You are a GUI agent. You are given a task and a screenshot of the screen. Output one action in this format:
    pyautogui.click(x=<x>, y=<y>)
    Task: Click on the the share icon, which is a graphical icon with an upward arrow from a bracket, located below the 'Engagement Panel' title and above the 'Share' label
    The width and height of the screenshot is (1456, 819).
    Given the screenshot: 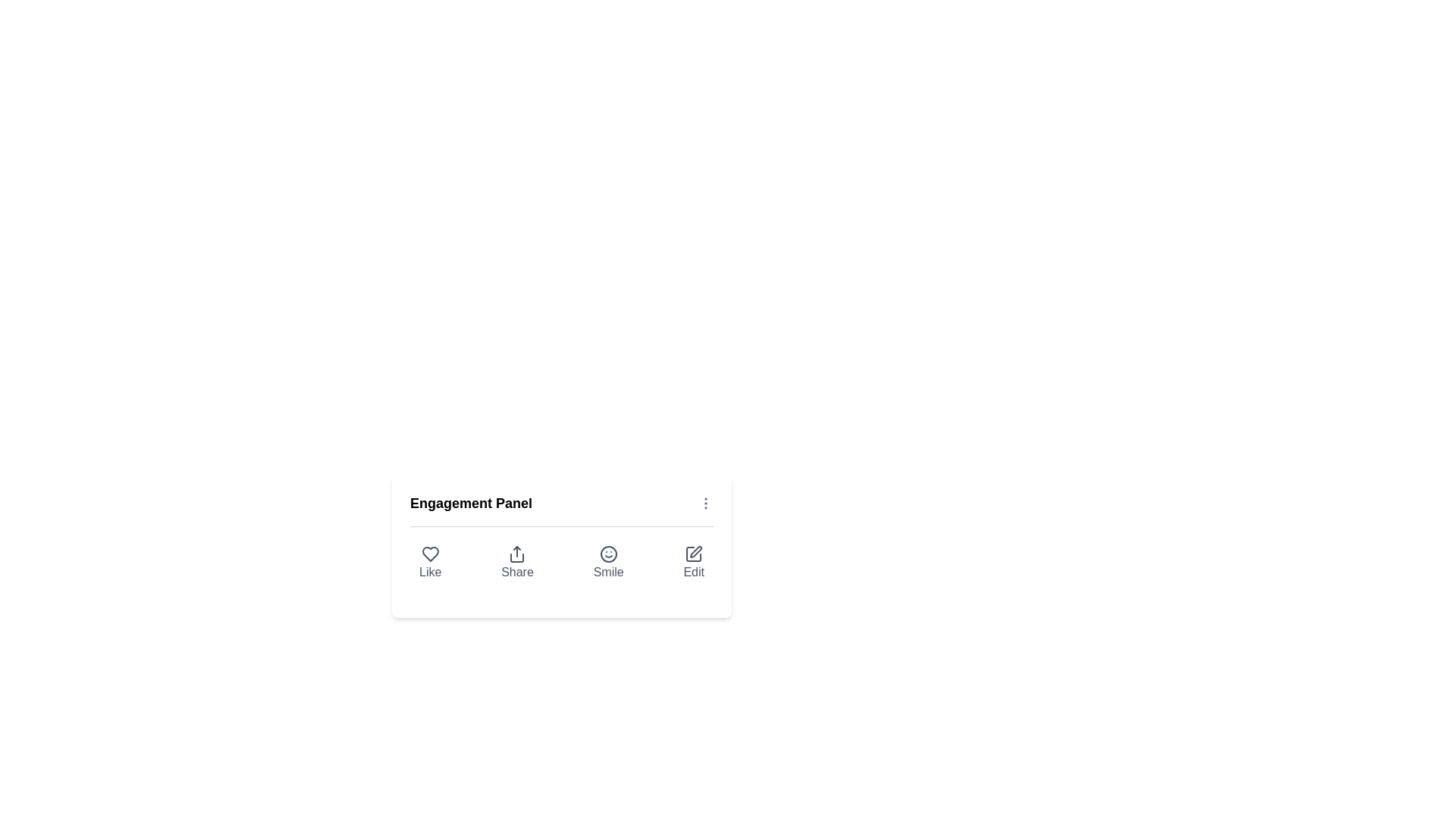 What is the action you would take?
    pyautogui.click(x=517, y=554)
    